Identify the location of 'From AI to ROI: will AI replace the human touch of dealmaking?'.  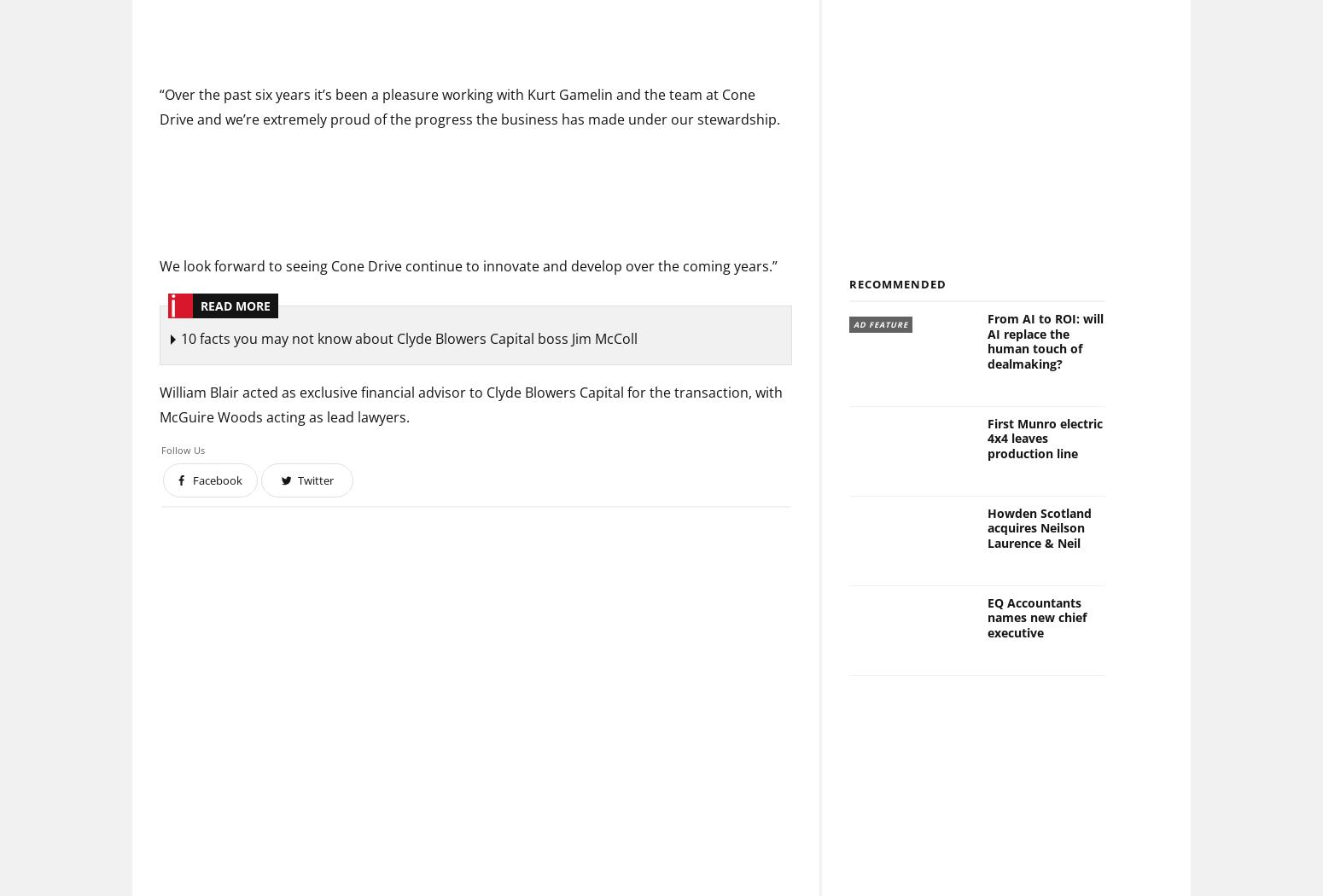
(1045, 341).